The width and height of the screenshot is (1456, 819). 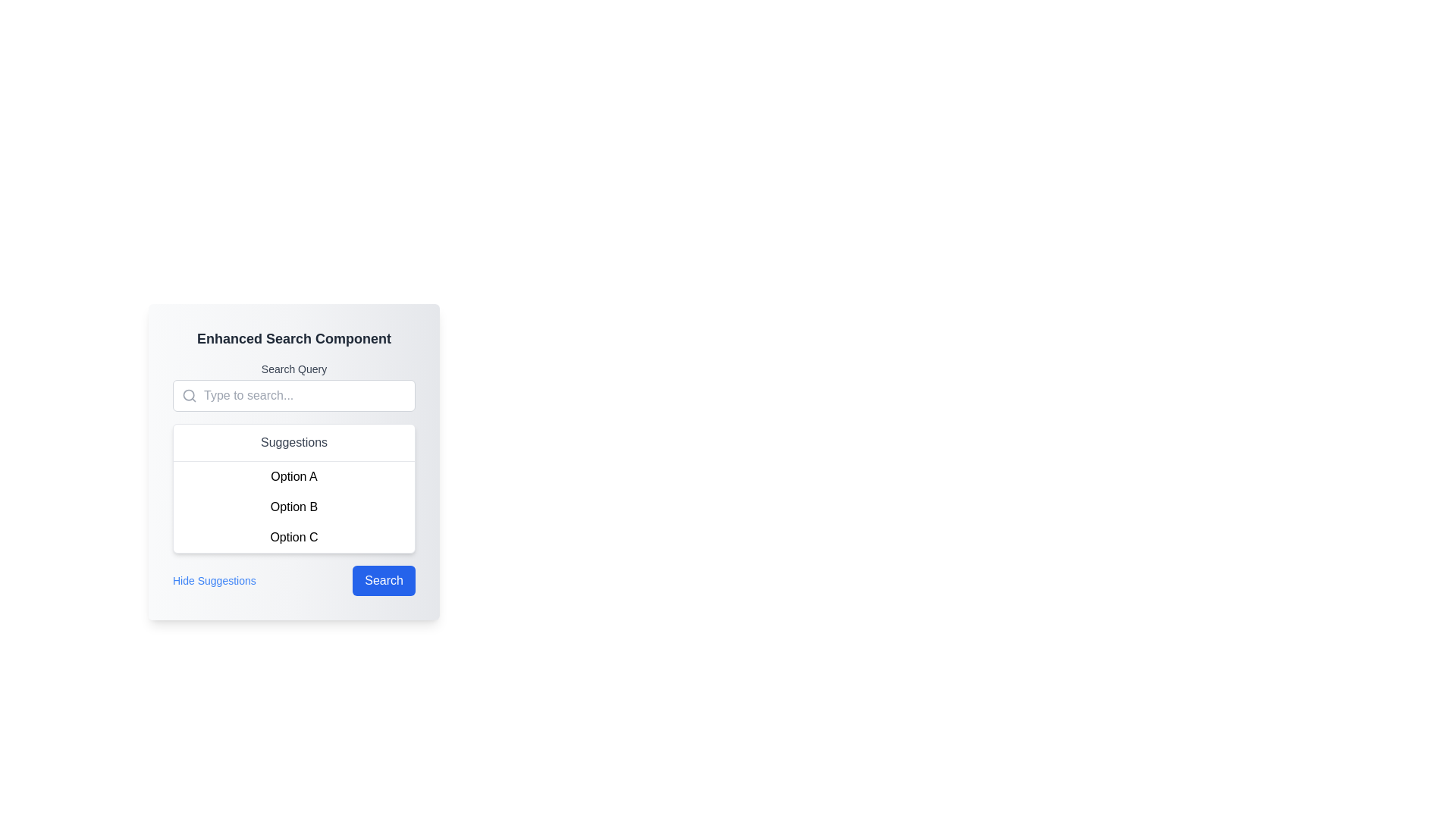 What do you see at coordinates (384, 580) in the screenshot?
I see `the 'Search' button with a blue background and white text` at bounding box center [384, 580].